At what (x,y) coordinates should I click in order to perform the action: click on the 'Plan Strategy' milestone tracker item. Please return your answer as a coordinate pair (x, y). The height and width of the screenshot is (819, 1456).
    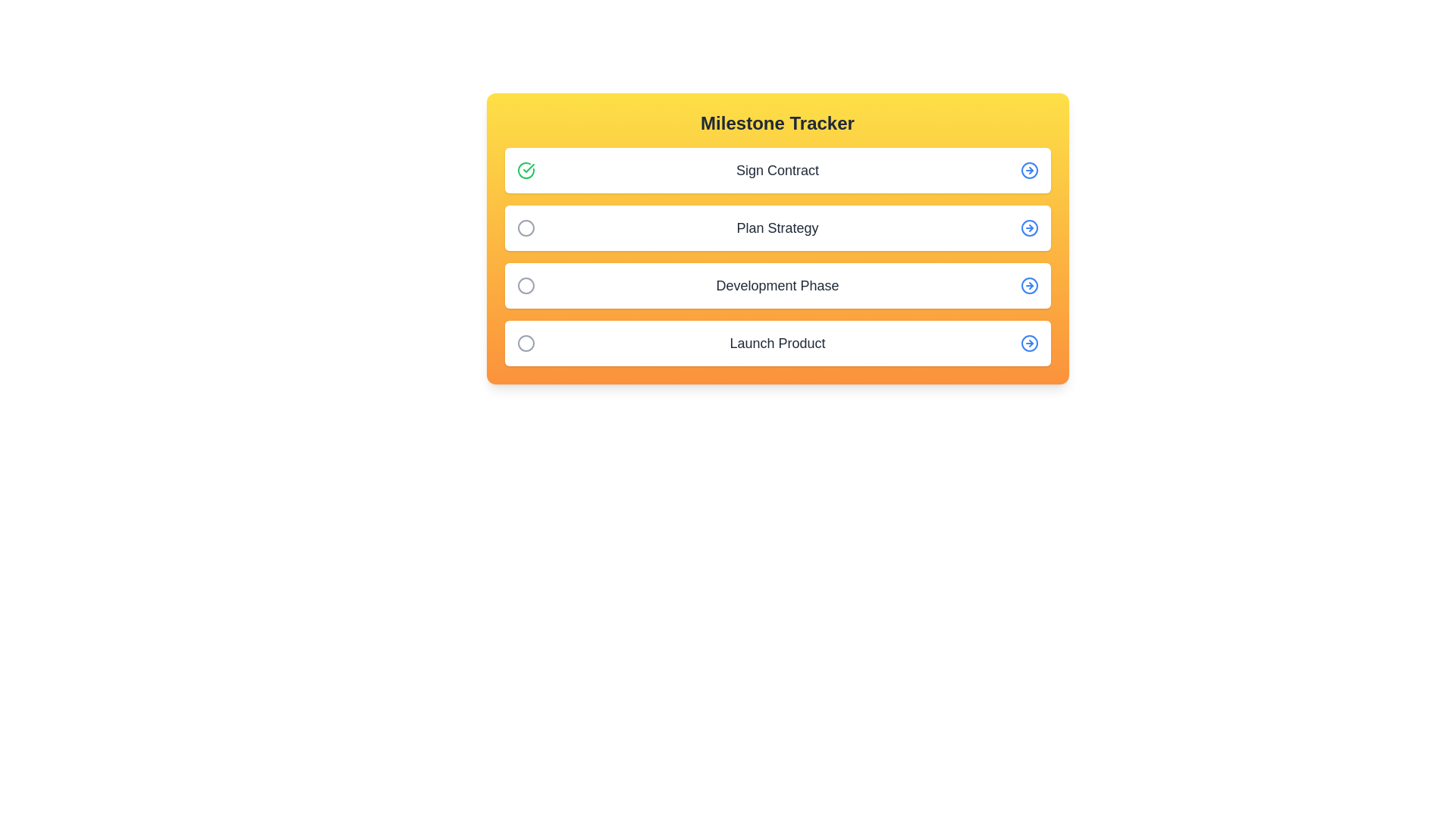
    Looking at the image, I should click on (777, 239).